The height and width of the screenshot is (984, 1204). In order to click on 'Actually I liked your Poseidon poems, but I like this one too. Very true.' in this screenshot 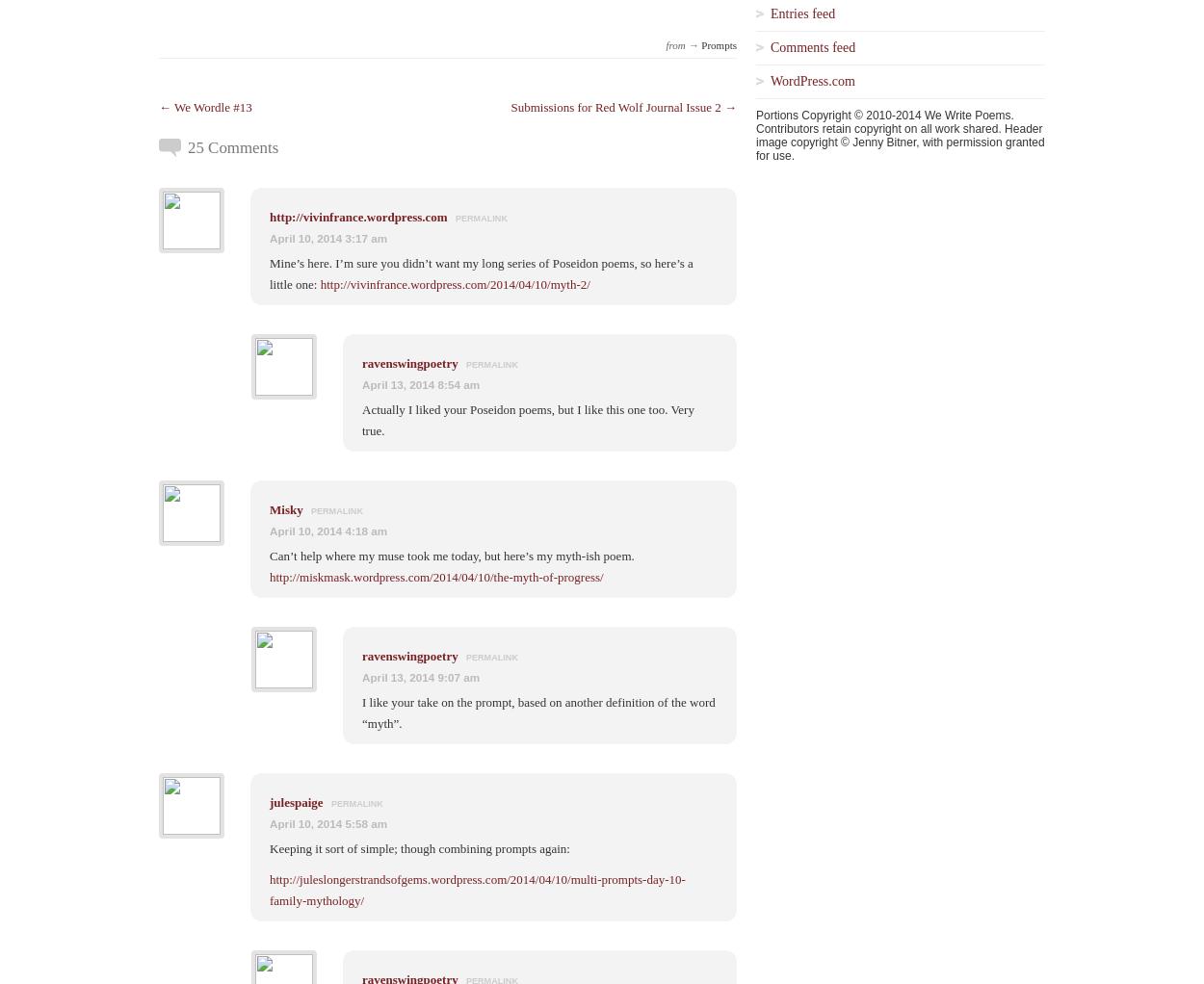, I will do `click(362, 419)`.